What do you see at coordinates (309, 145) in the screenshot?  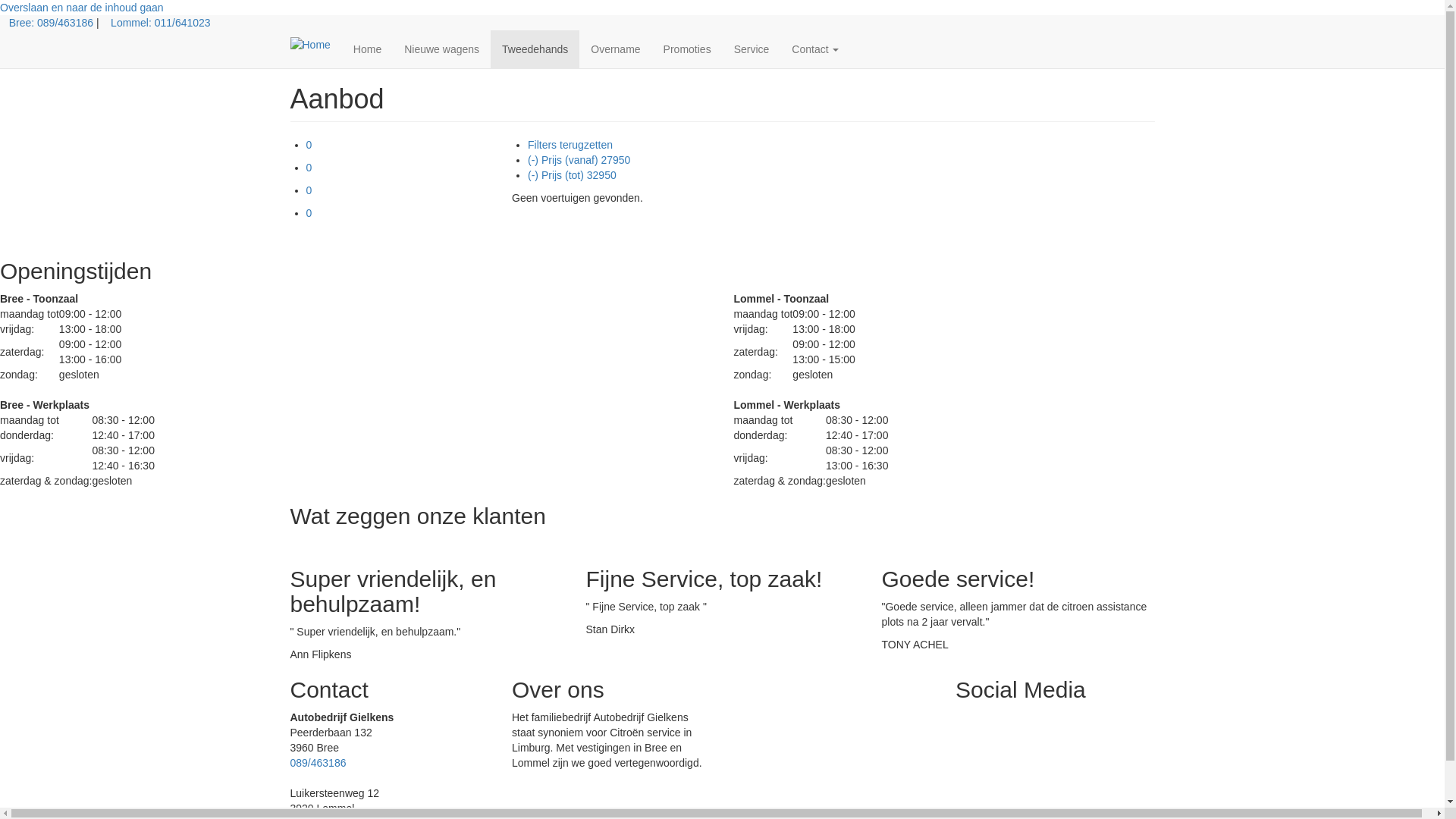 I see `'0'` at bounding box center [309, 145].